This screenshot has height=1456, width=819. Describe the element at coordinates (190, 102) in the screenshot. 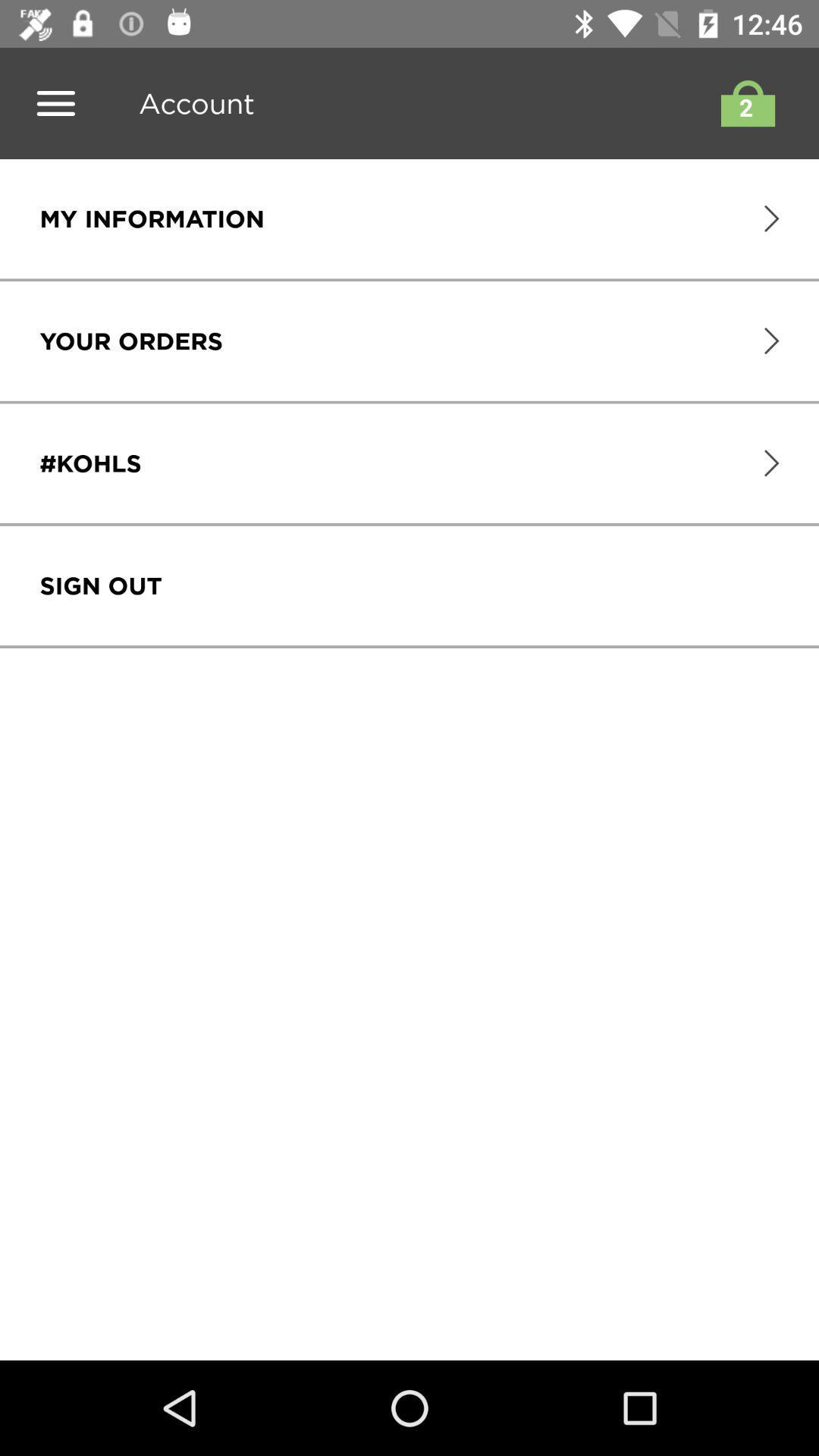

I see `the account item` at that location.